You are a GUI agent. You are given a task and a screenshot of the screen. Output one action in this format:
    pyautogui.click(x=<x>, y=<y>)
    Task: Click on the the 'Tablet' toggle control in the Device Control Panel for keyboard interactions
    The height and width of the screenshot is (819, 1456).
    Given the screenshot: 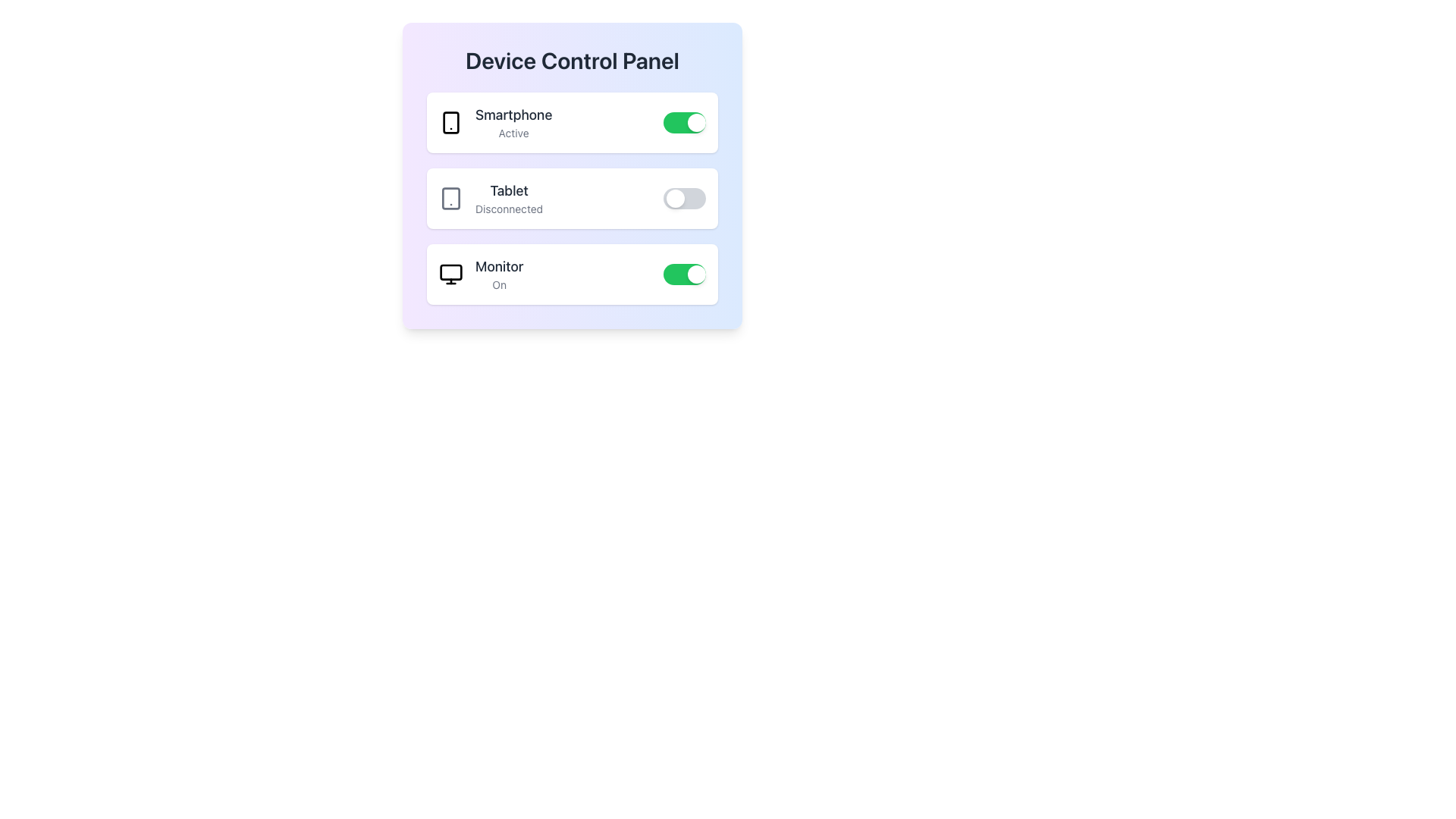 What is the action you would take?
    pyautogui.click(x=571, y=174)
    